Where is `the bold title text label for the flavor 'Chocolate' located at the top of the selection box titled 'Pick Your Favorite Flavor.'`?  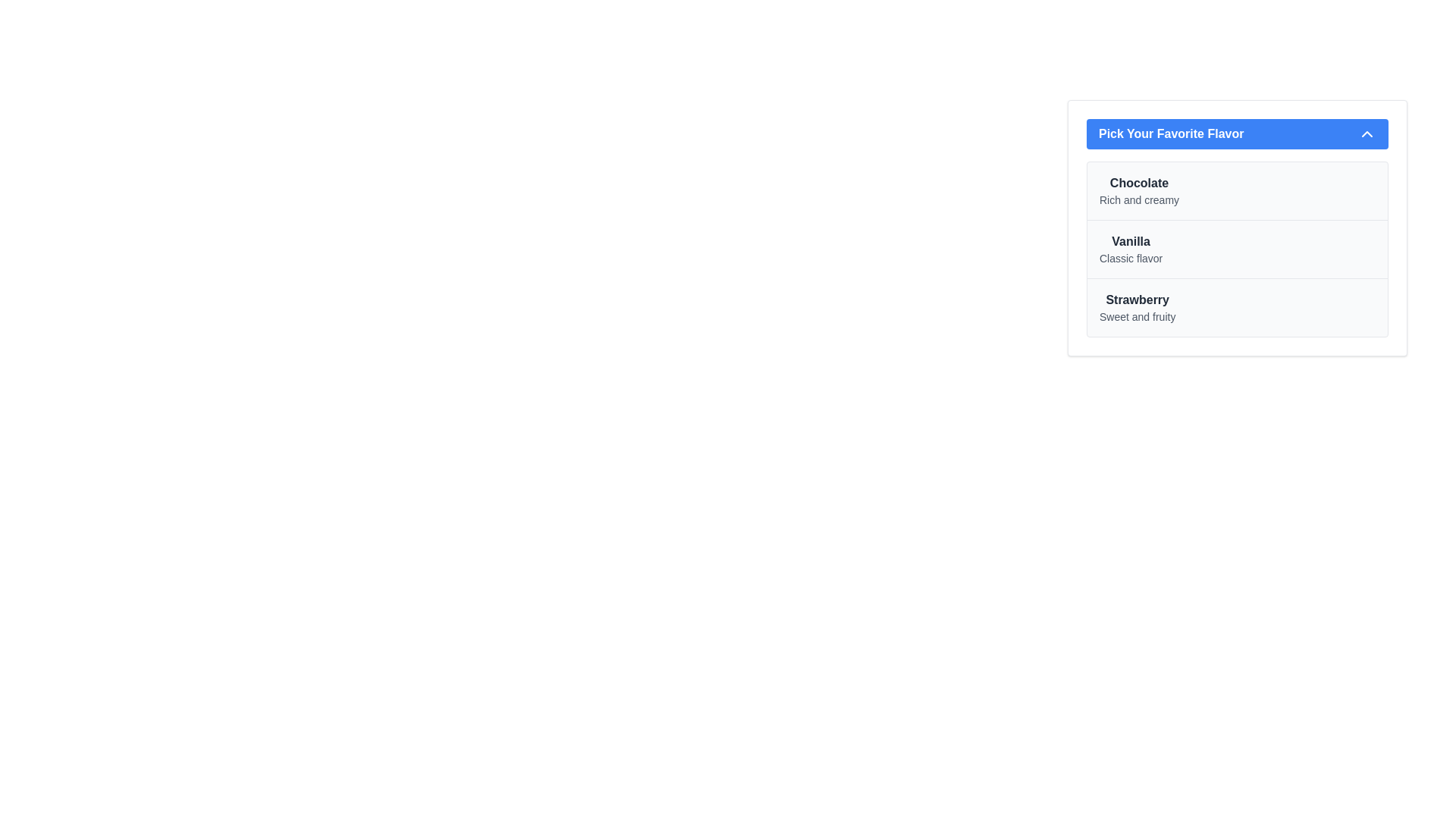
the bold title text label for the flavor 'Chocolate' located at the top of the selection box titled 'Pick Your Favorite Flavor.' is located at coordinates (1139, 183).